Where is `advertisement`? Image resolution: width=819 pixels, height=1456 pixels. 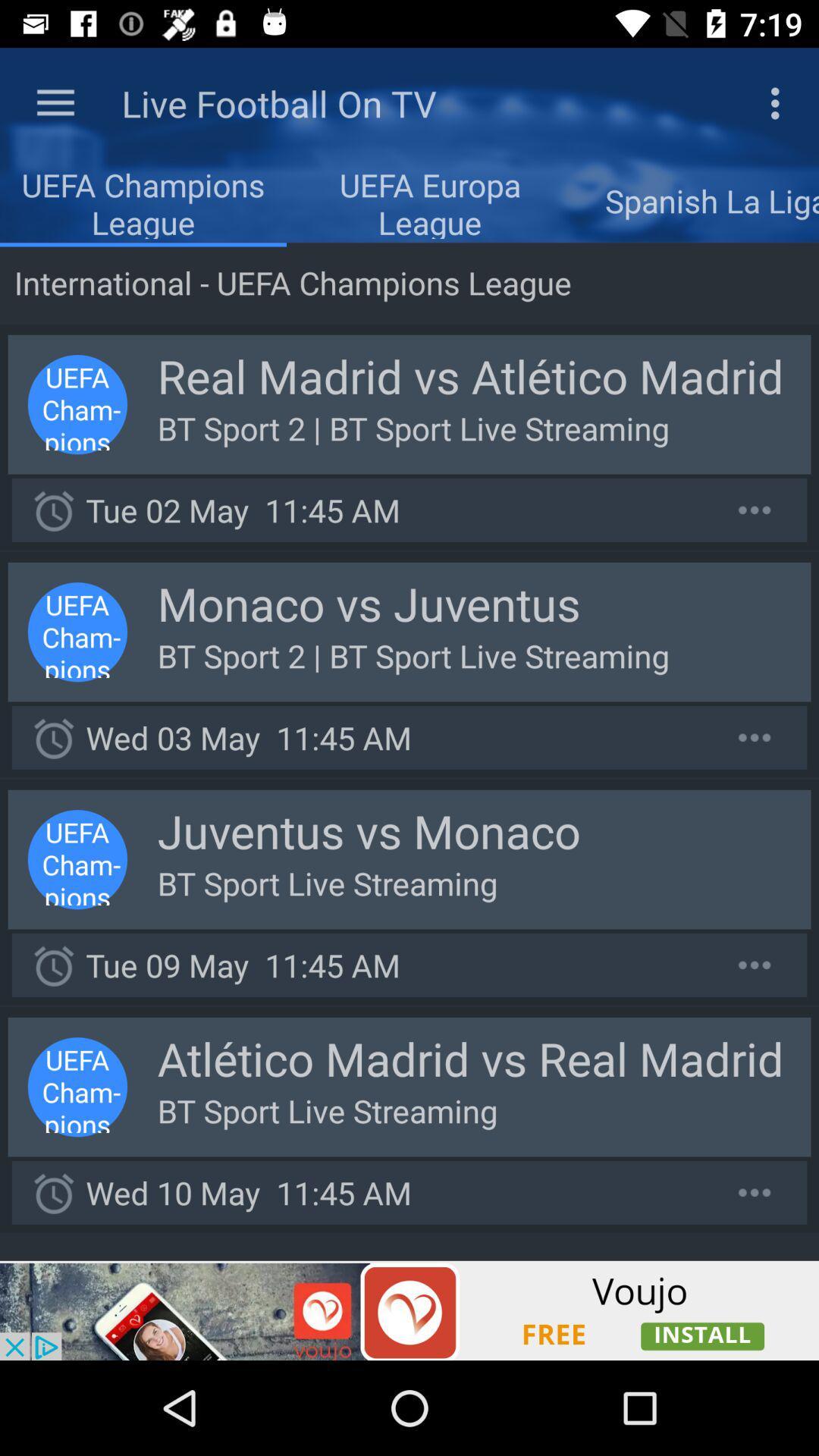 advertisement is located at coordinates (409, 1310).